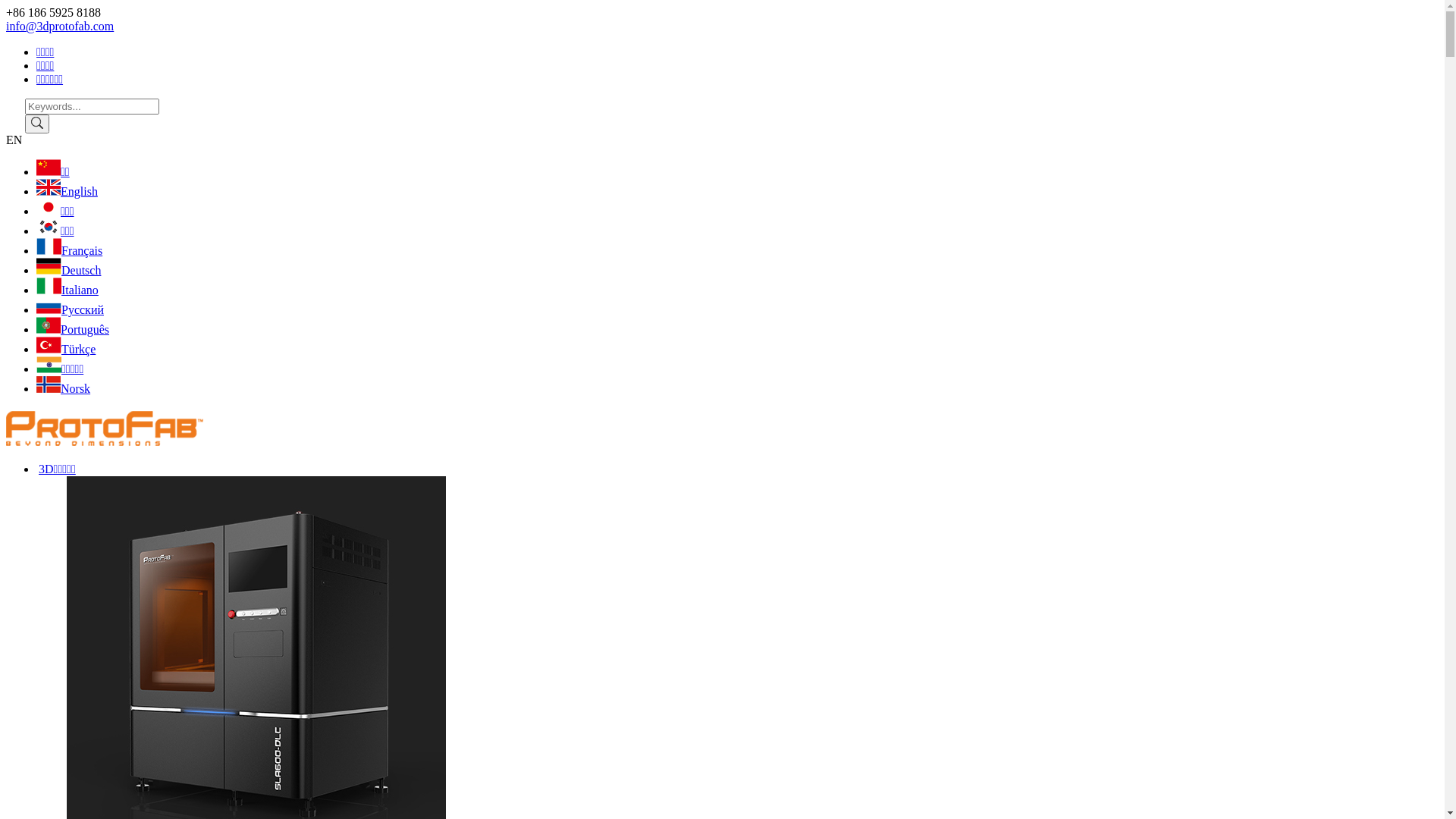 This screenshot has width=1456, height=819. Describe the element at coordinates (62, 388) in the screenshot. I see `'Norsk'` at that location.